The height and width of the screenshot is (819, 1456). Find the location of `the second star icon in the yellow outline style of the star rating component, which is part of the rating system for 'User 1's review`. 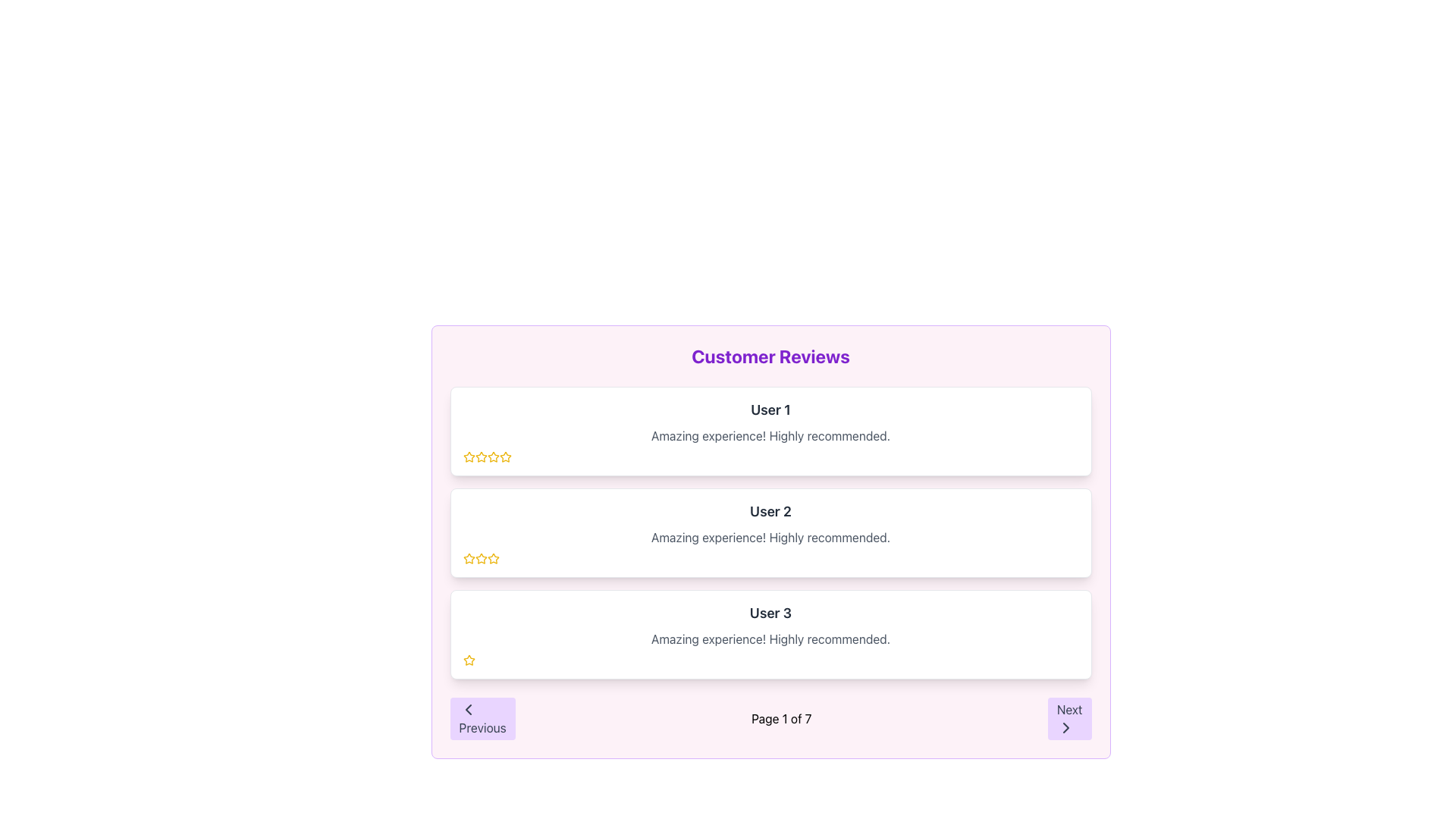

the second star icon in the yellow outline style of the star rating component, which is part of the rating system for 'User 1's review is located at coordinates (480, 456).